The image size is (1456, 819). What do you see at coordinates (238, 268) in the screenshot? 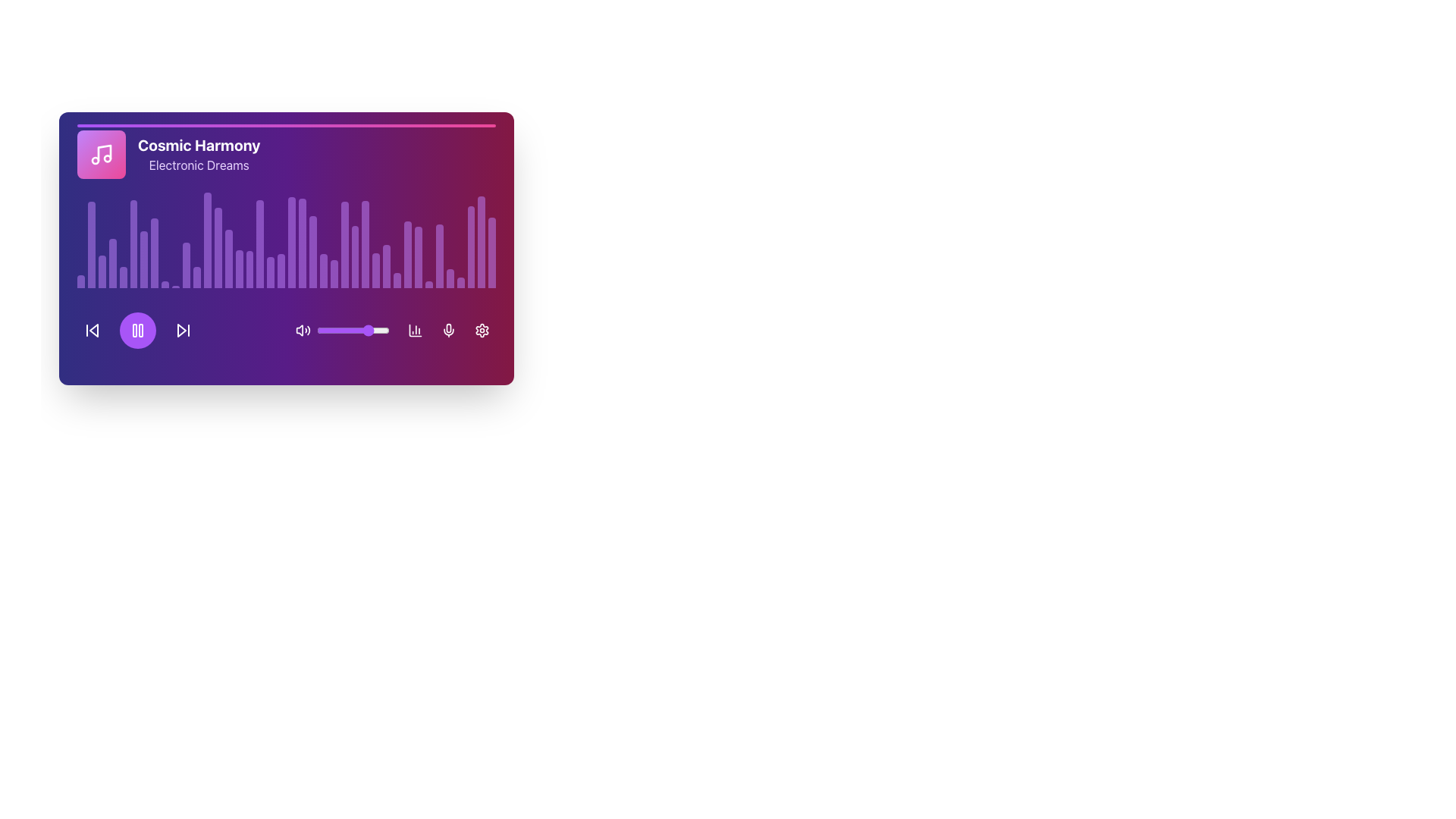
I see `the height or animation of the 16th bar in the graphical representation, which is part of a histogram or waveform display` at bounding box center [238, 268].